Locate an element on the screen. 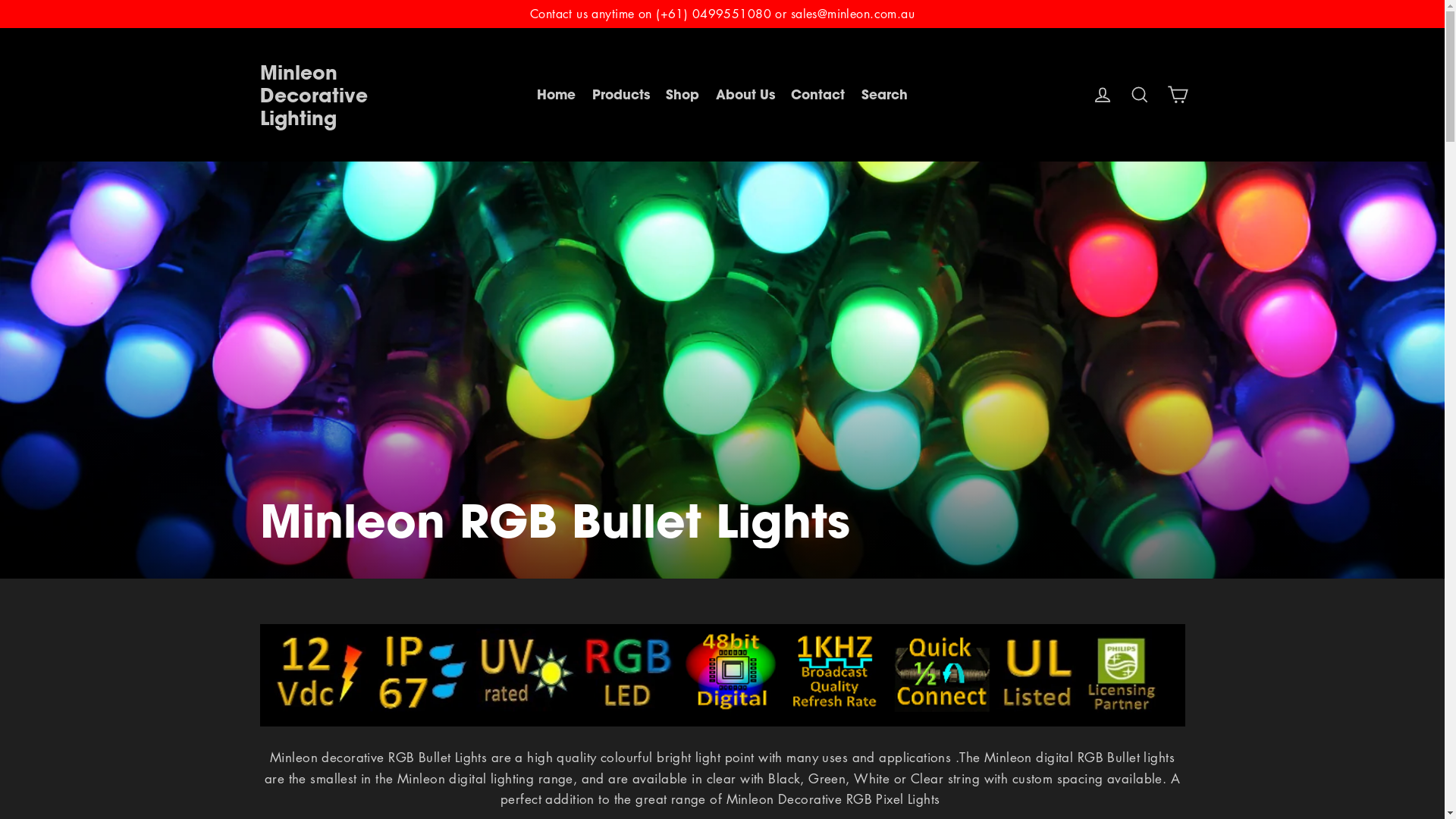  'Skip to content' is located at coordinates (0, 0).